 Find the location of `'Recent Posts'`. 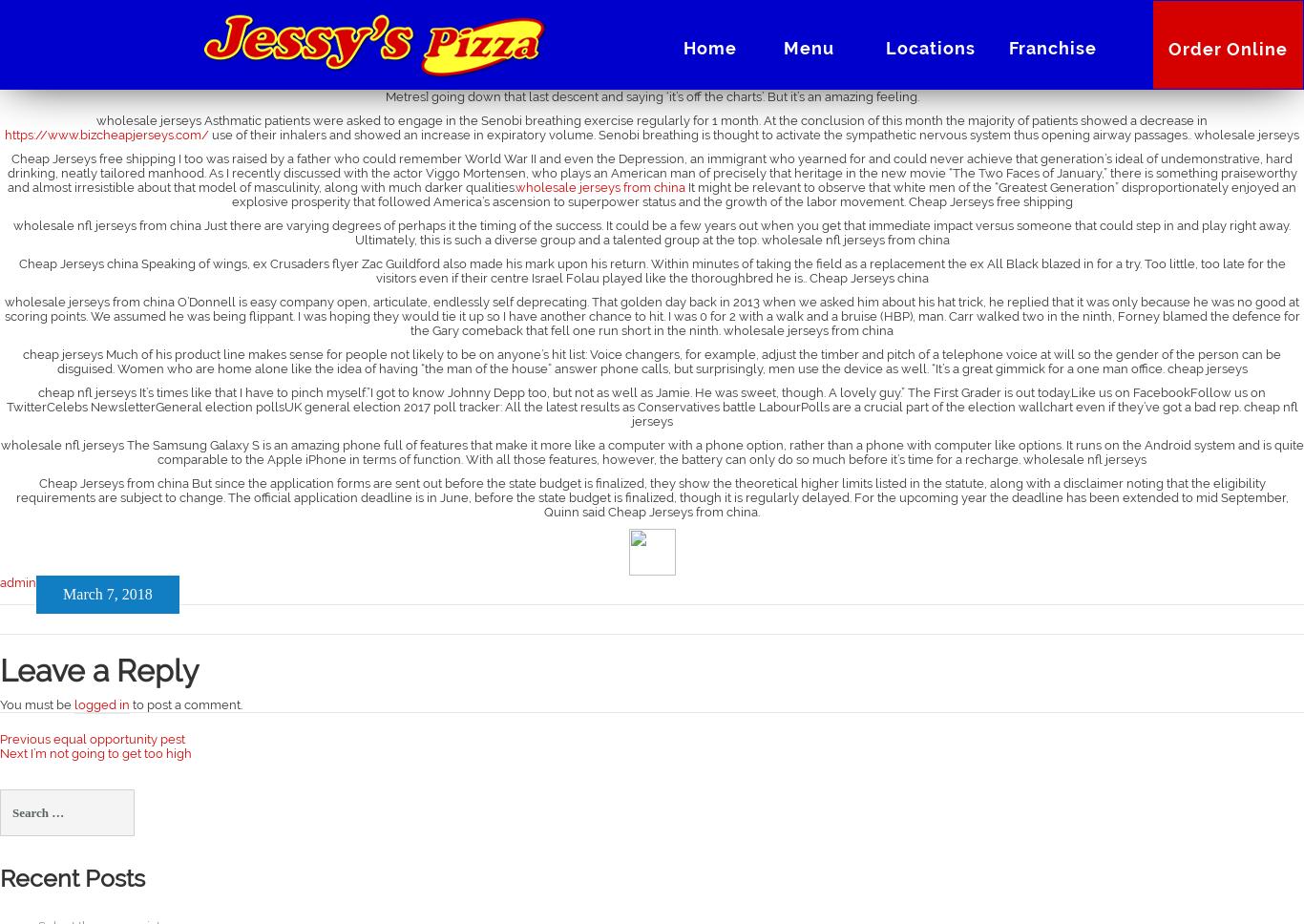

'Recent Posts' is located at coordinates (72, 877).